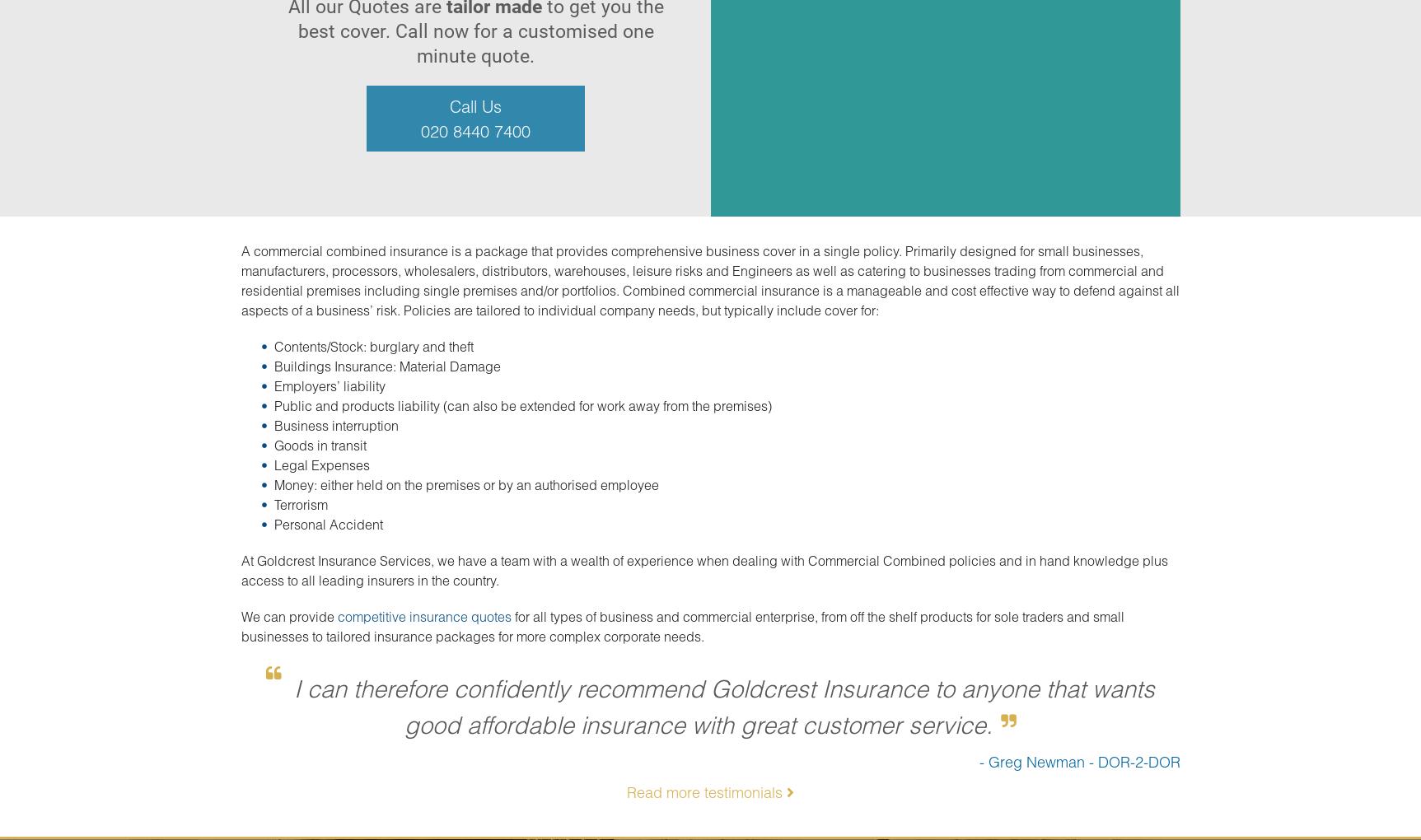 Image resolution: width=1421 pixels, height=840 pixels. Describe the element at coordinates (321, 464) in the screenshot. I see `'Legal Expenses'` at that location.